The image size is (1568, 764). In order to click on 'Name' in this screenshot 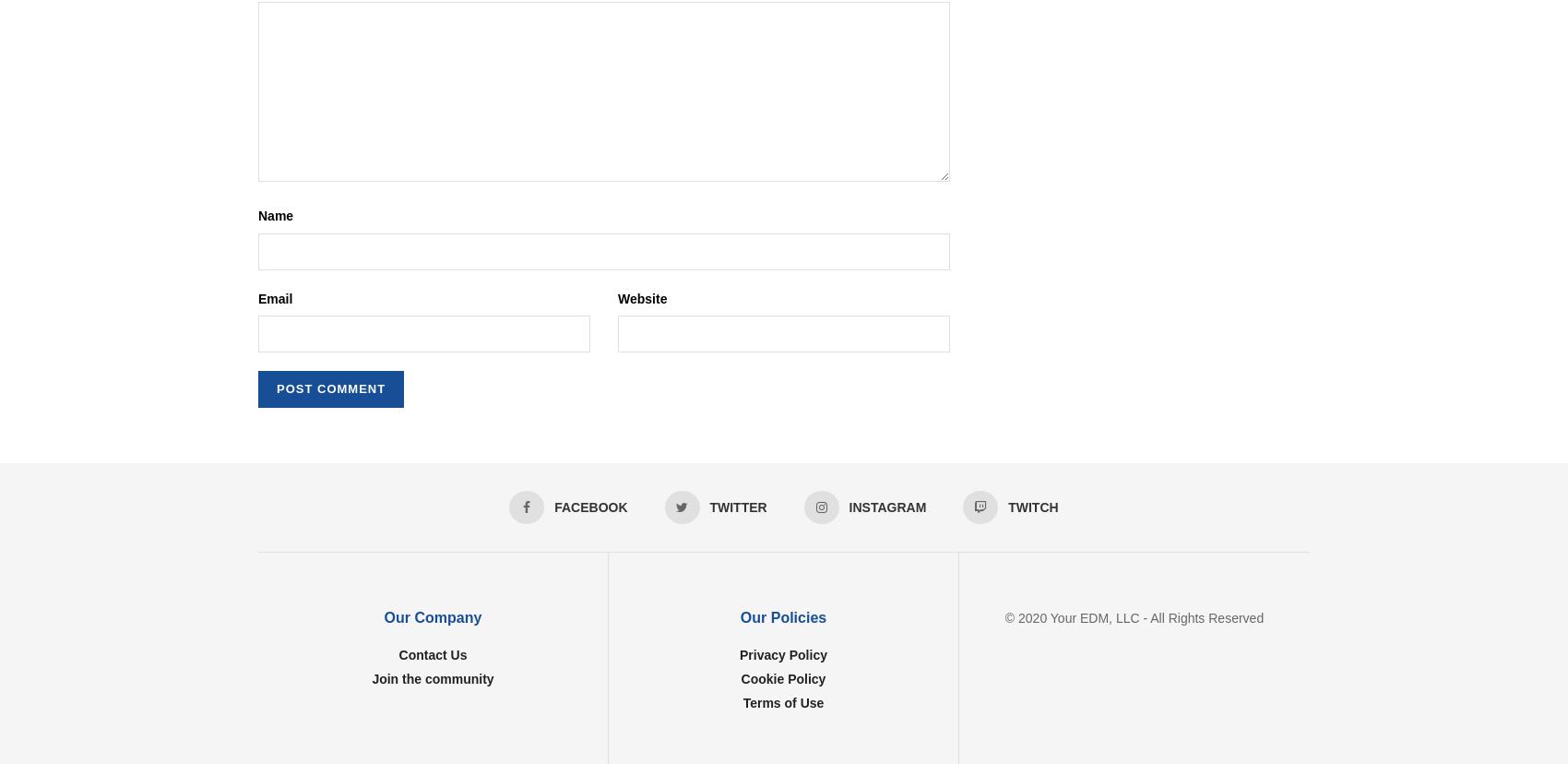, I will do `click(276, 215)`.